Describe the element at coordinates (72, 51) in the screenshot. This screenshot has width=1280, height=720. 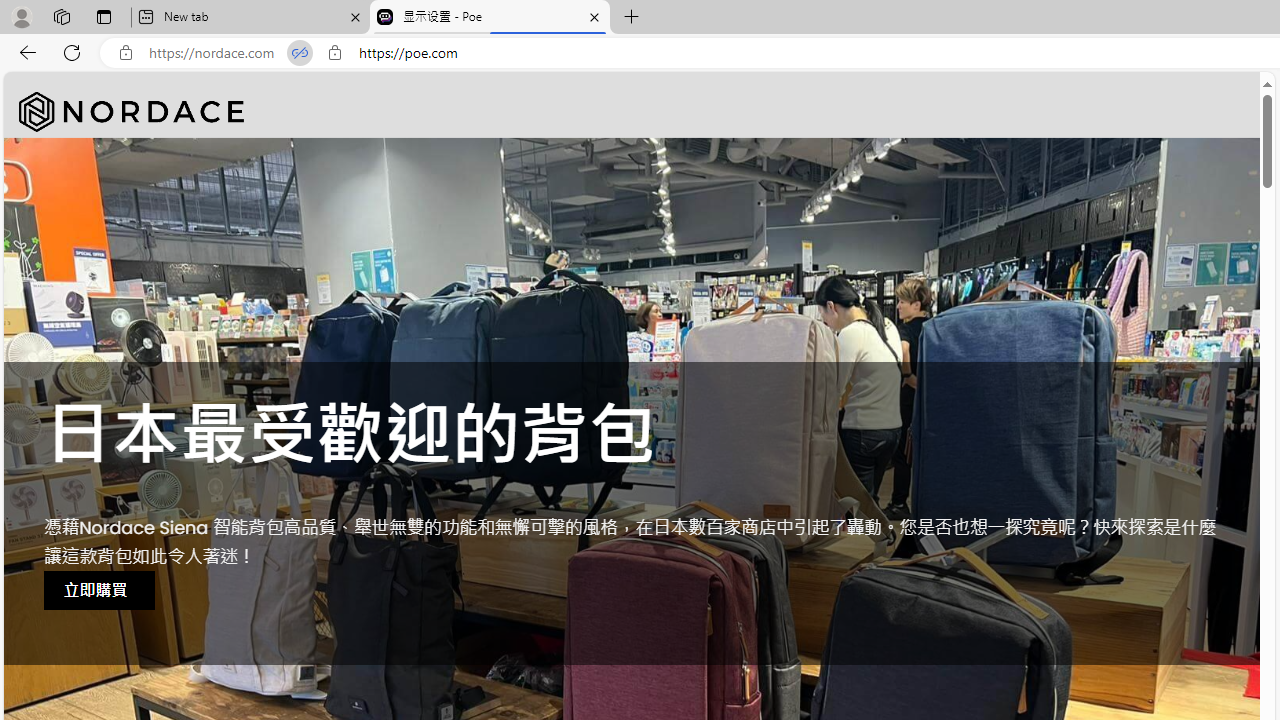
I see `'Refresh'` at that location.